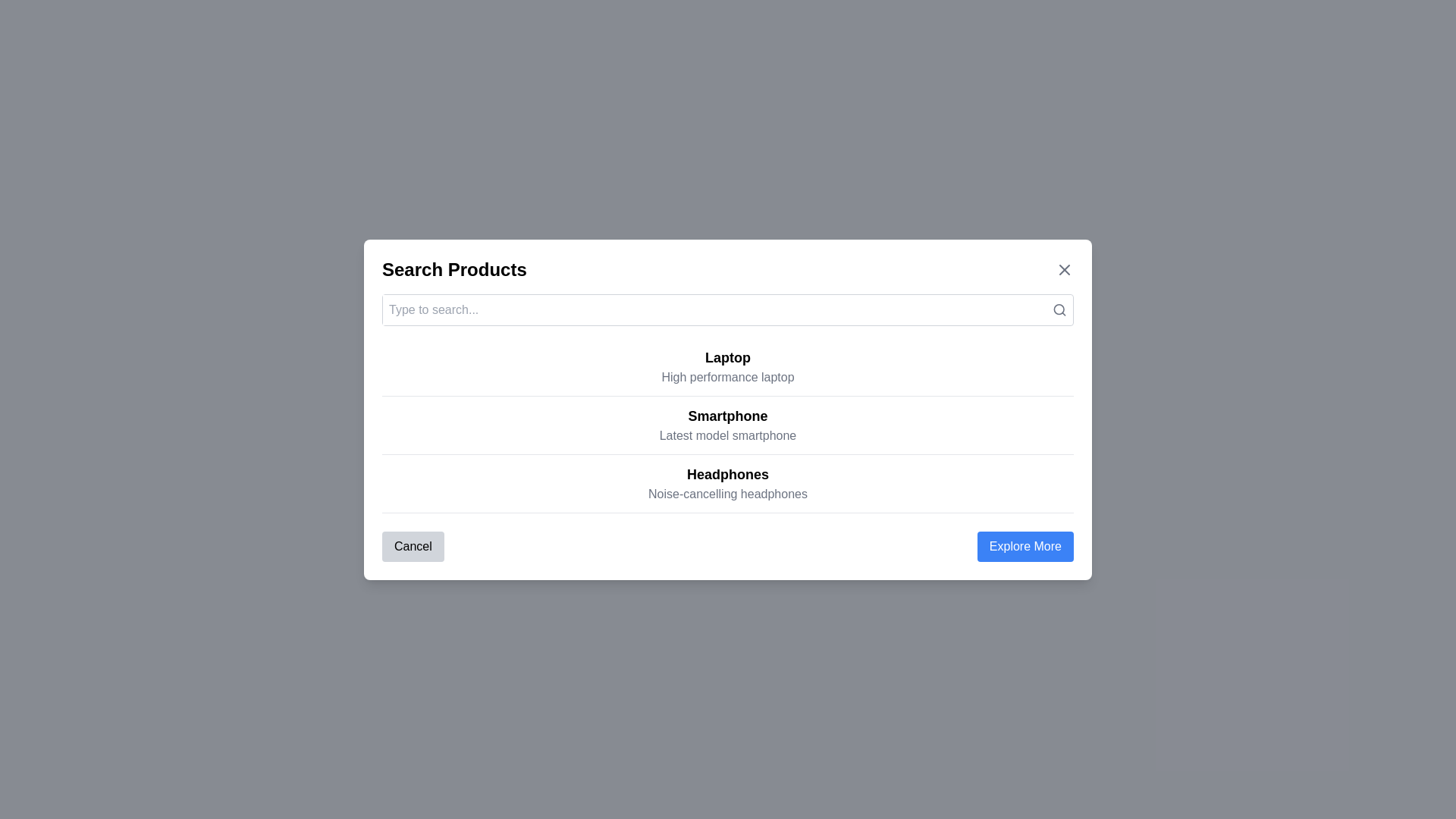  I want to click on the Close button located in the top-right corner of the modal, adjacent, so click(1063, 268).